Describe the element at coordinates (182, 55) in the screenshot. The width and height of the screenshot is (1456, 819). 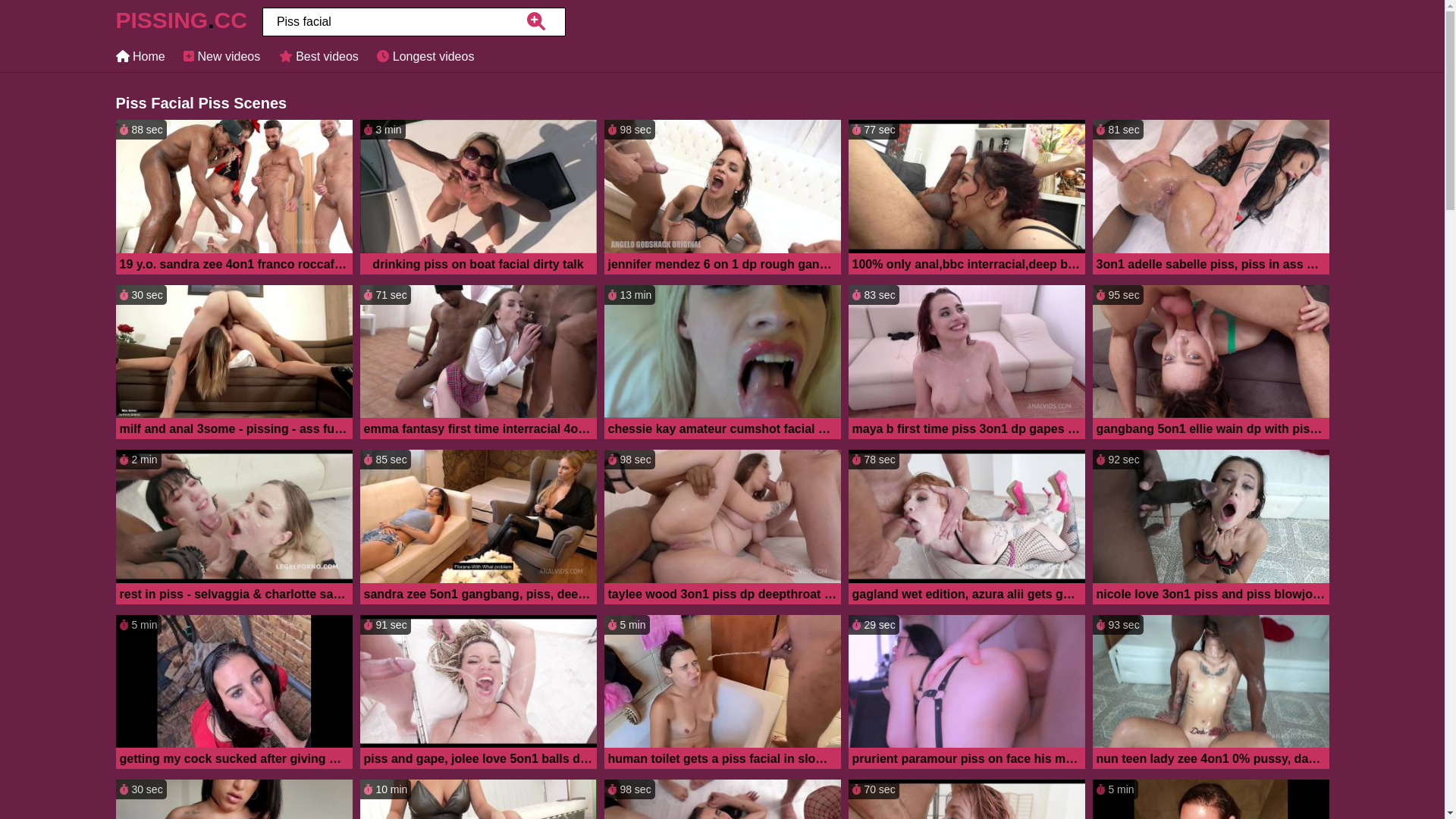
I see `'New videos'` at that location.